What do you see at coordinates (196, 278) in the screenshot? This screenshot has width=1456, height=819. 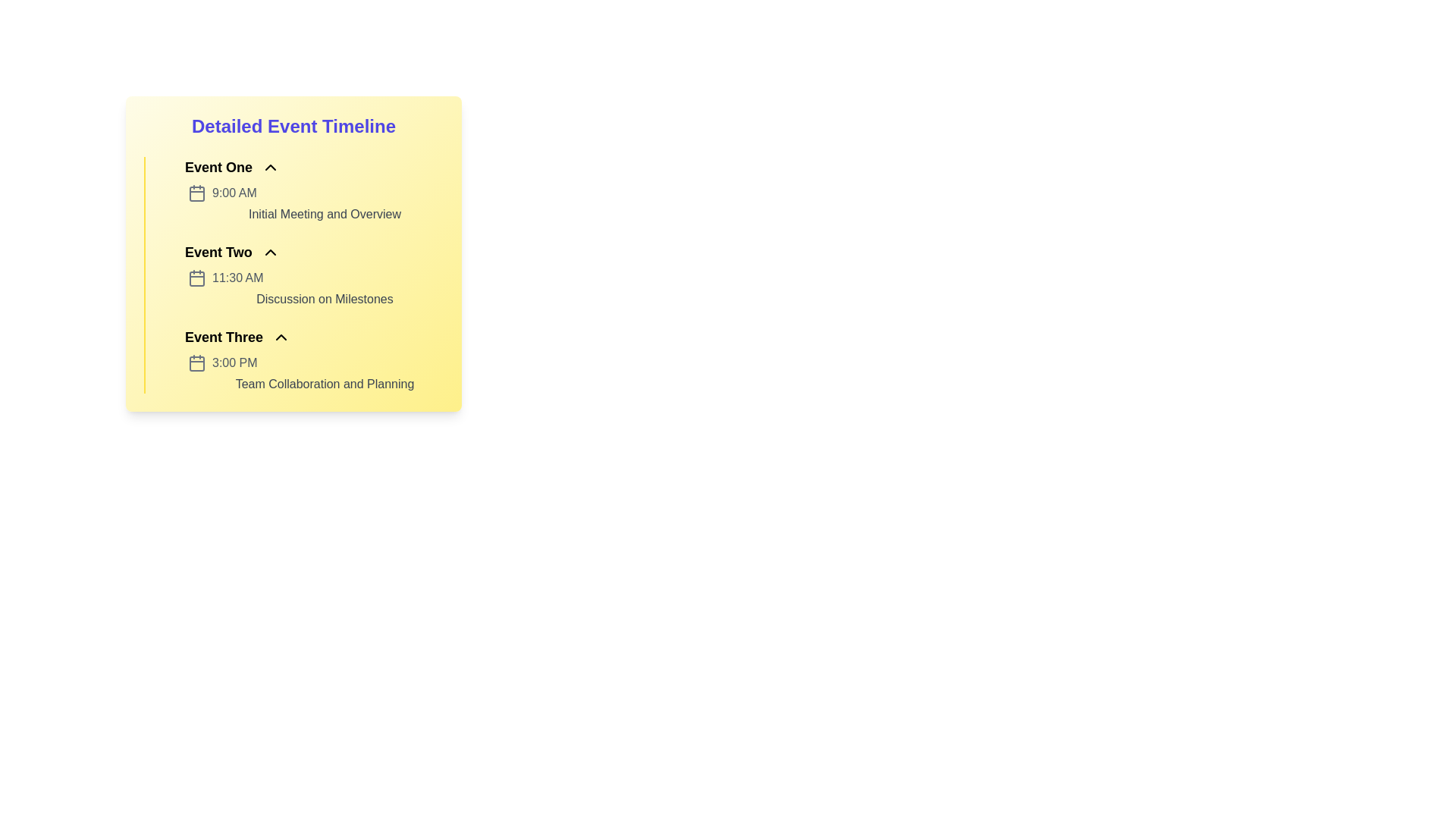 I see `the calendar icon located in the second event block titled 'Event Two'` at bounding box center [196, 278].